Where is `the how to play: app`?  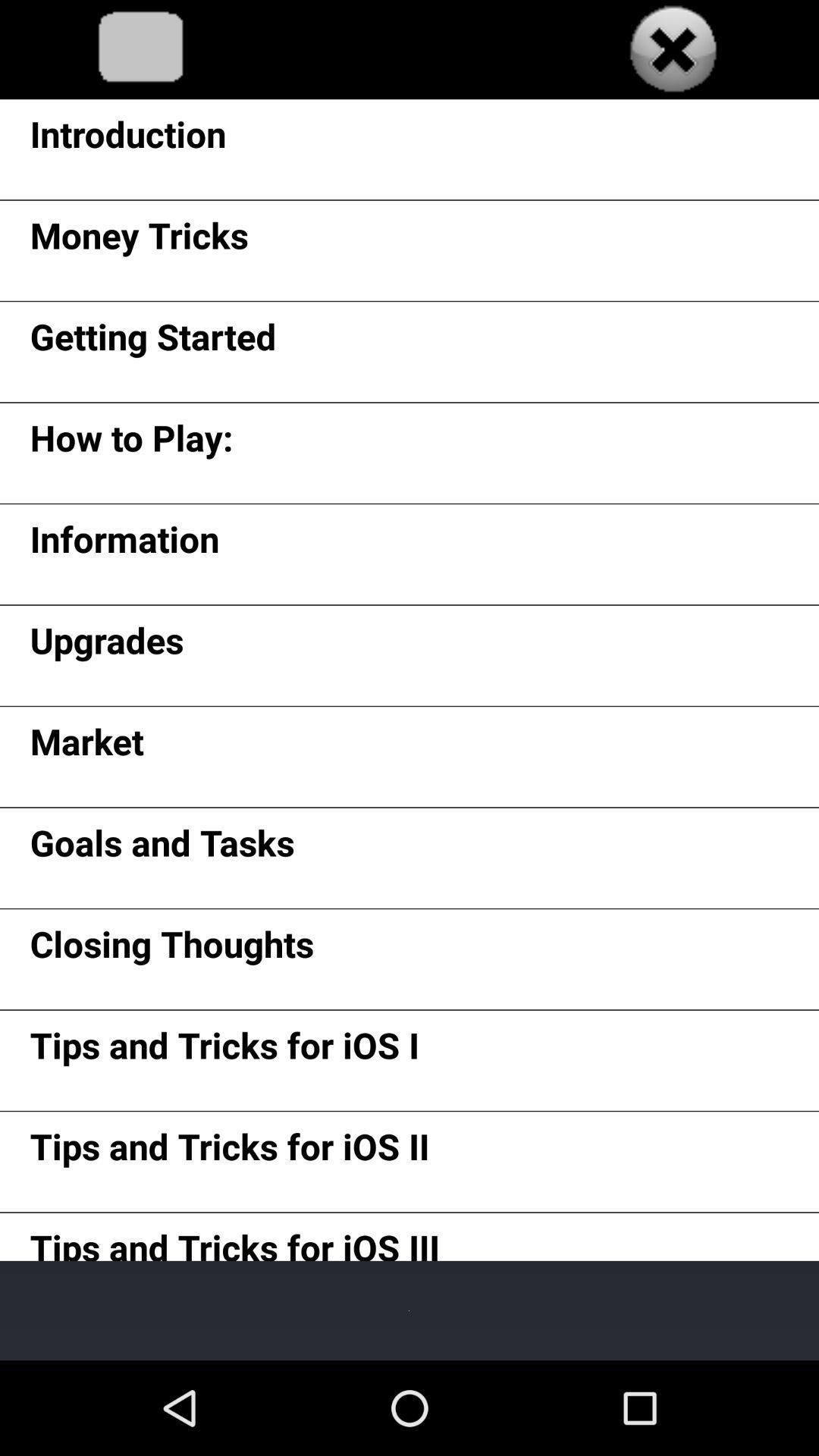
the how to play: app is located at coordinates (130, 442).